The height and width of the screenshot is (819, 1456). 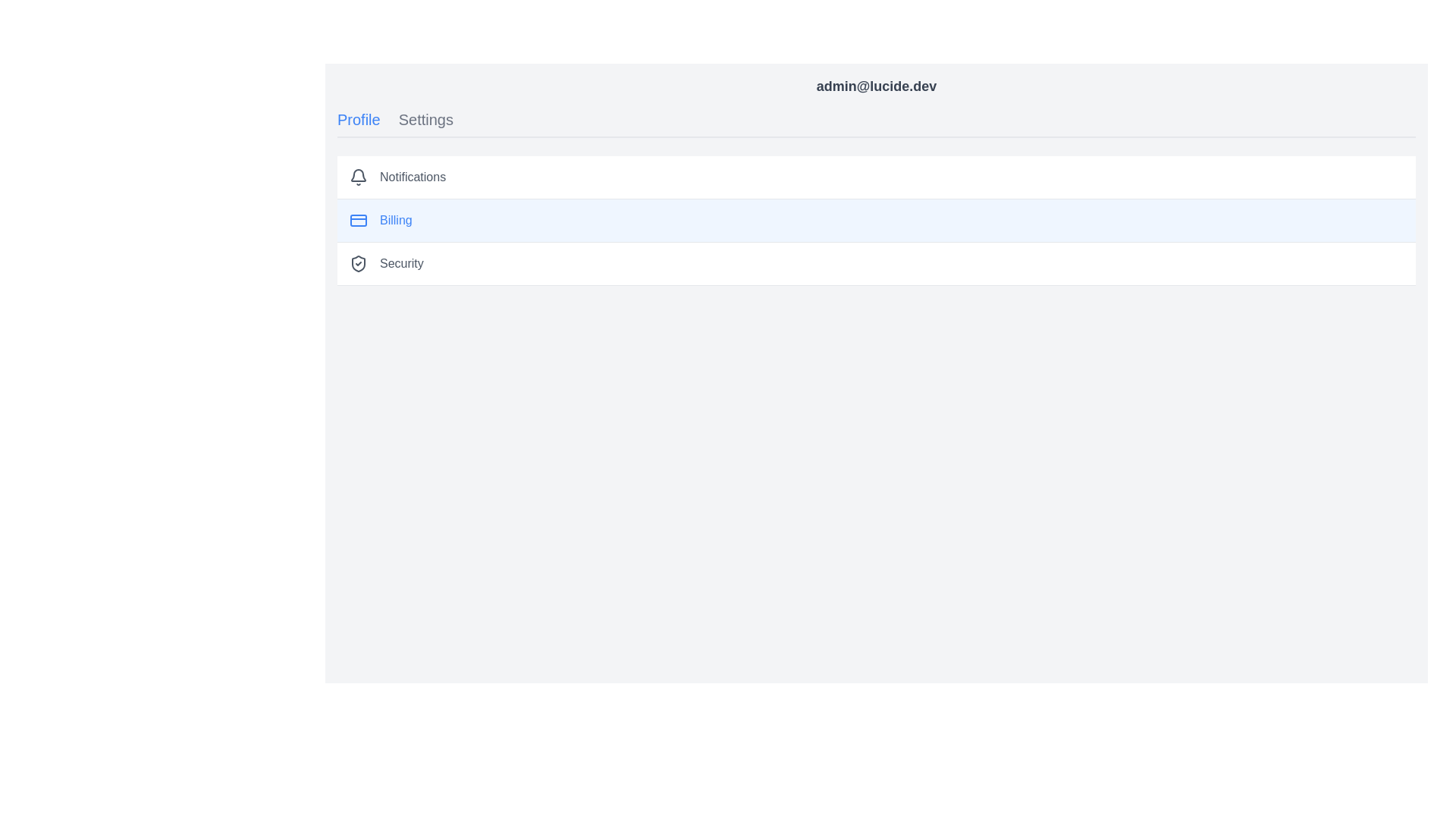 I want to click on the 'Settings' text label, which is styled in a large and bold gray font, so click(x=425, y=119).